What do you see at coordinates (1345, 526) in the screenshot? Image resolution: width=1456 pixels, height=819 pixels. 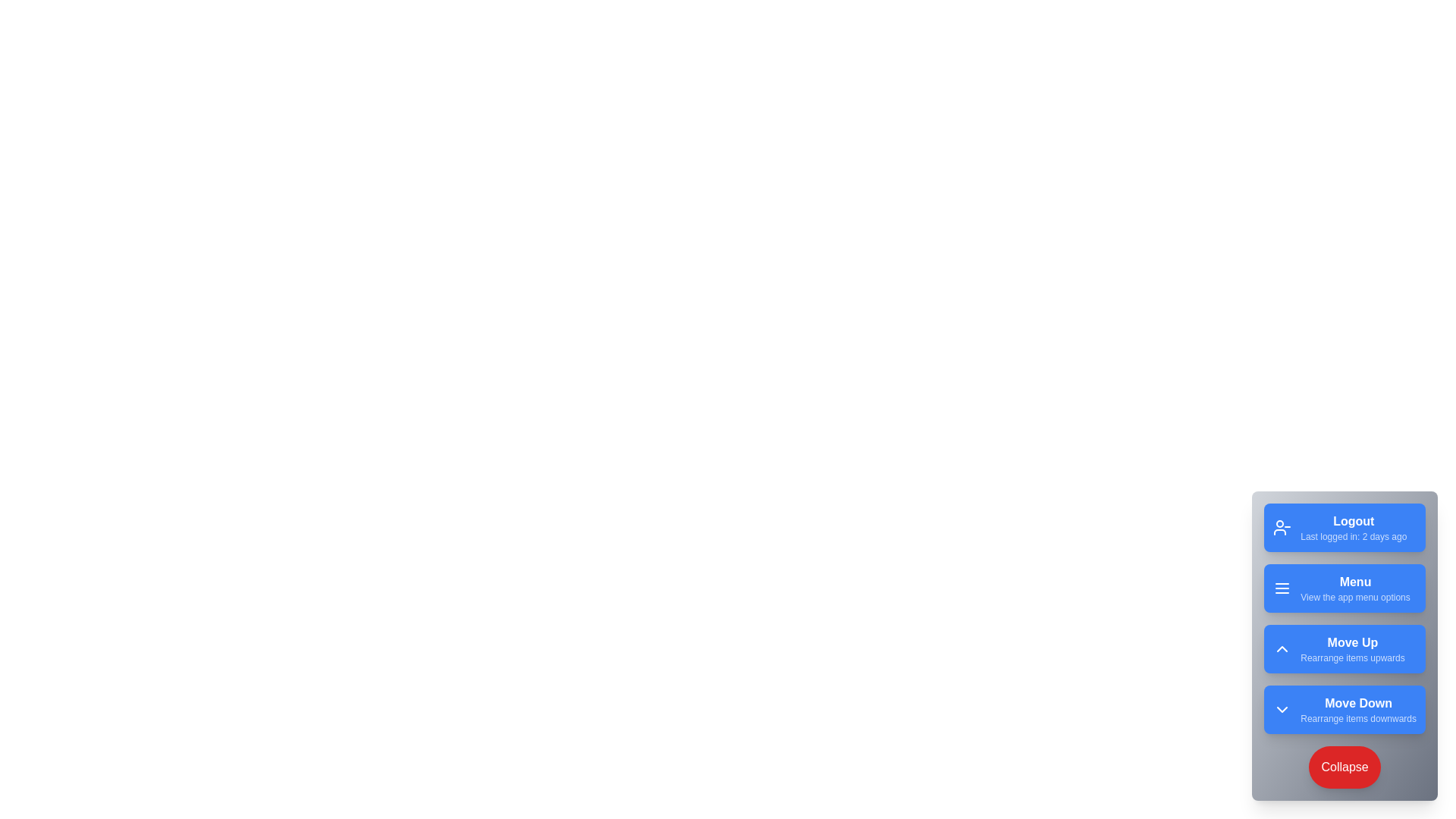 I see `the blue rounded rectangle button labeled 'Logout'` at bounding box center [1345, 526].